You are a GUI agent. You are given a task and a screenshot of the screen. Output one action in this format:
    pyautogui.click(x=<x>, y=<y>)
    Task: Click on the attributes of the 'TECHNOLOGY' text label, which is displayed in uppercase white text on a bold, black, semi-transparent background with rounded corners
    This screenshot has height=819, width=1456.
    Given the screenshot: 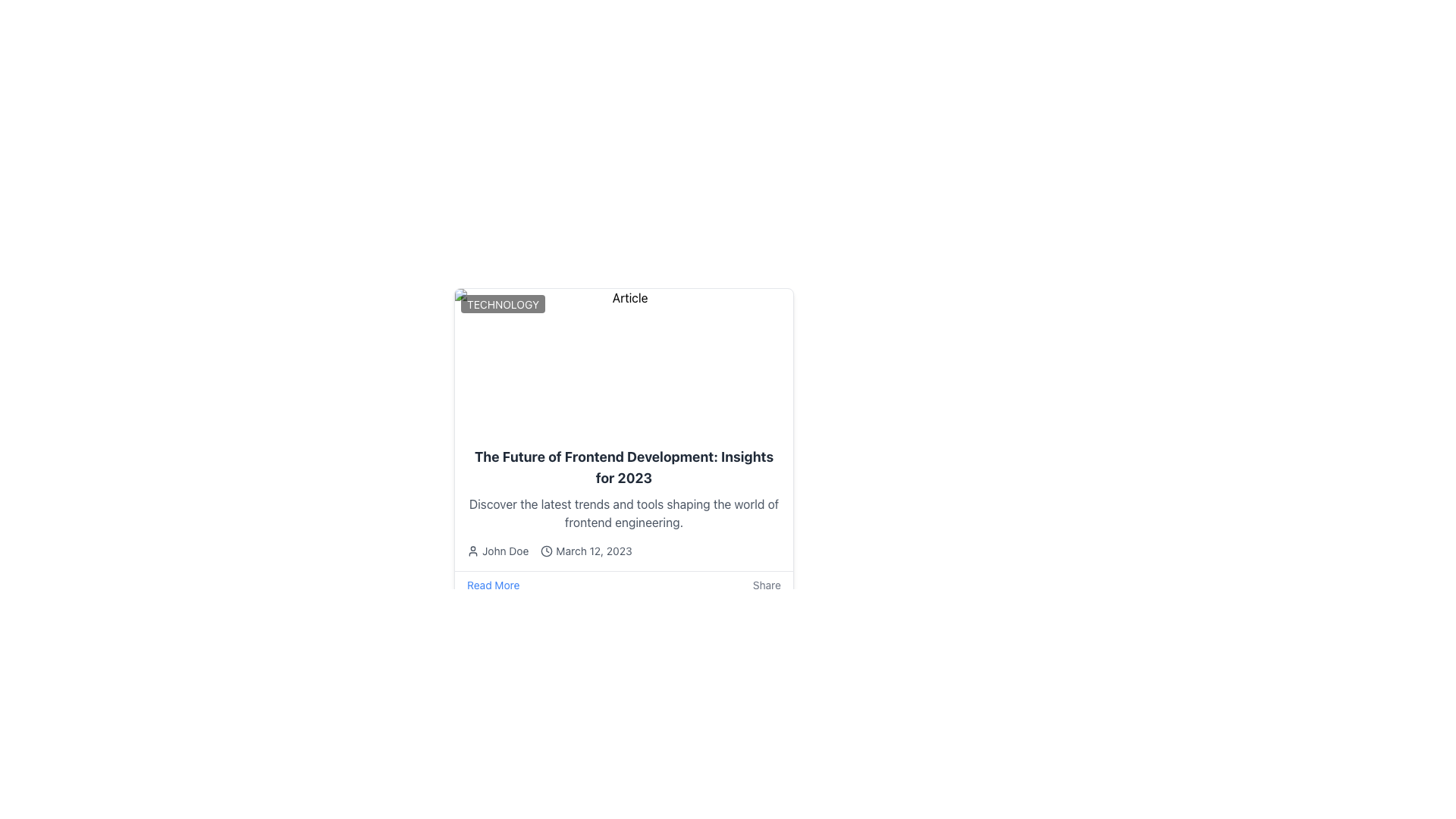 What is the action you would take?
    pyautogui.click(x=503, y=304)
    